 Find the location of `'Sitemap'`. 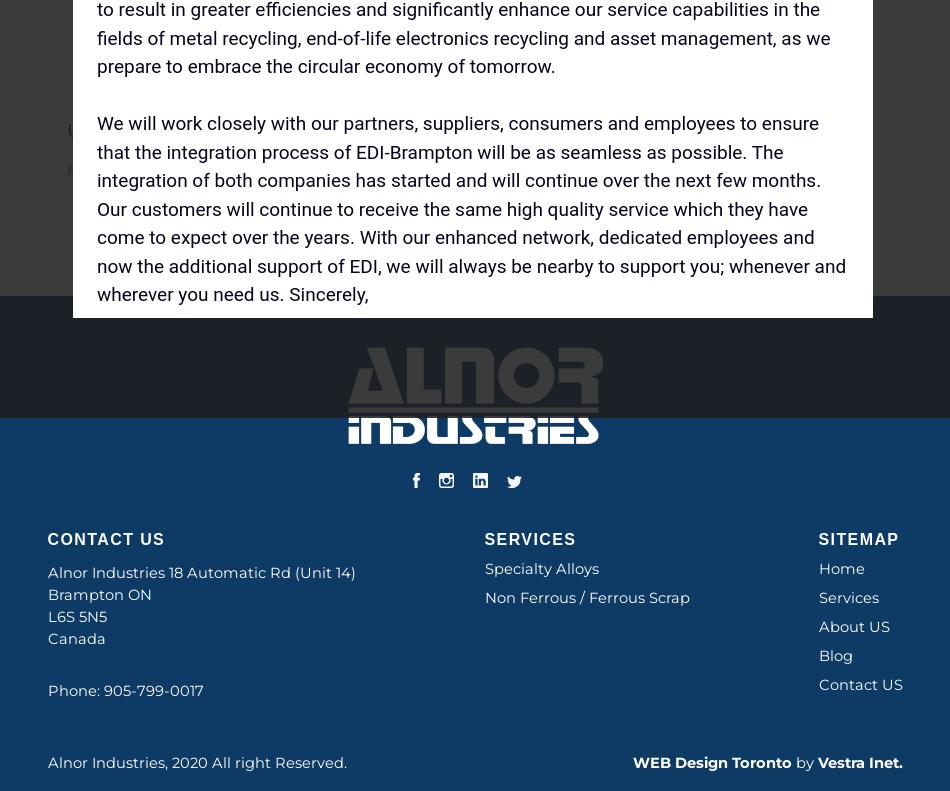

'Sitemap' is located at coordinates (817, 539).